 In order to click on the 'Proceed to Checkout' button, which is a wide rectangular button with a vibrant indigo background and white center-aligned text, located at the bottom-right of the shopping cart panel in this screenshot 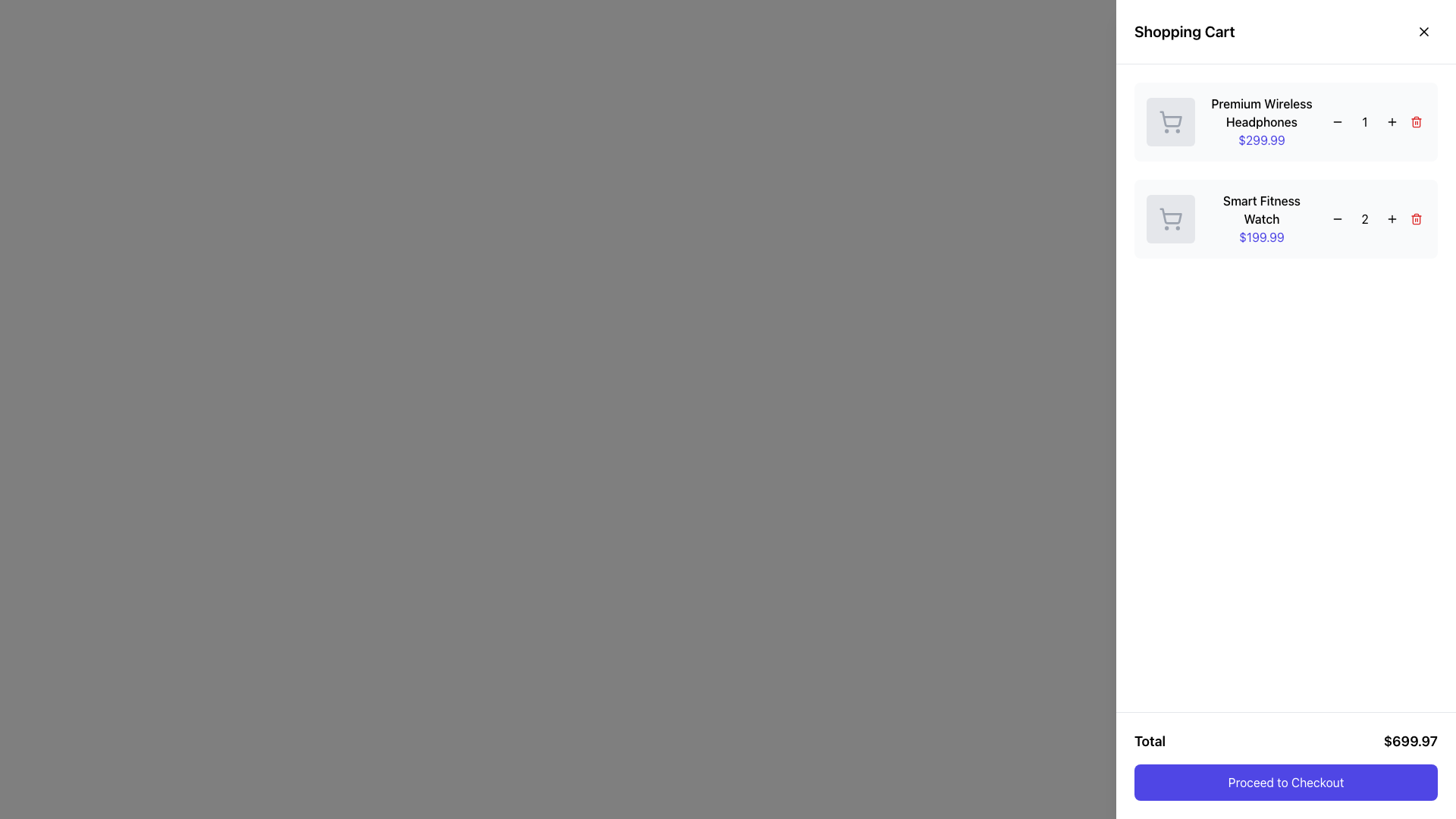, I will do `click(1285, 783)`.